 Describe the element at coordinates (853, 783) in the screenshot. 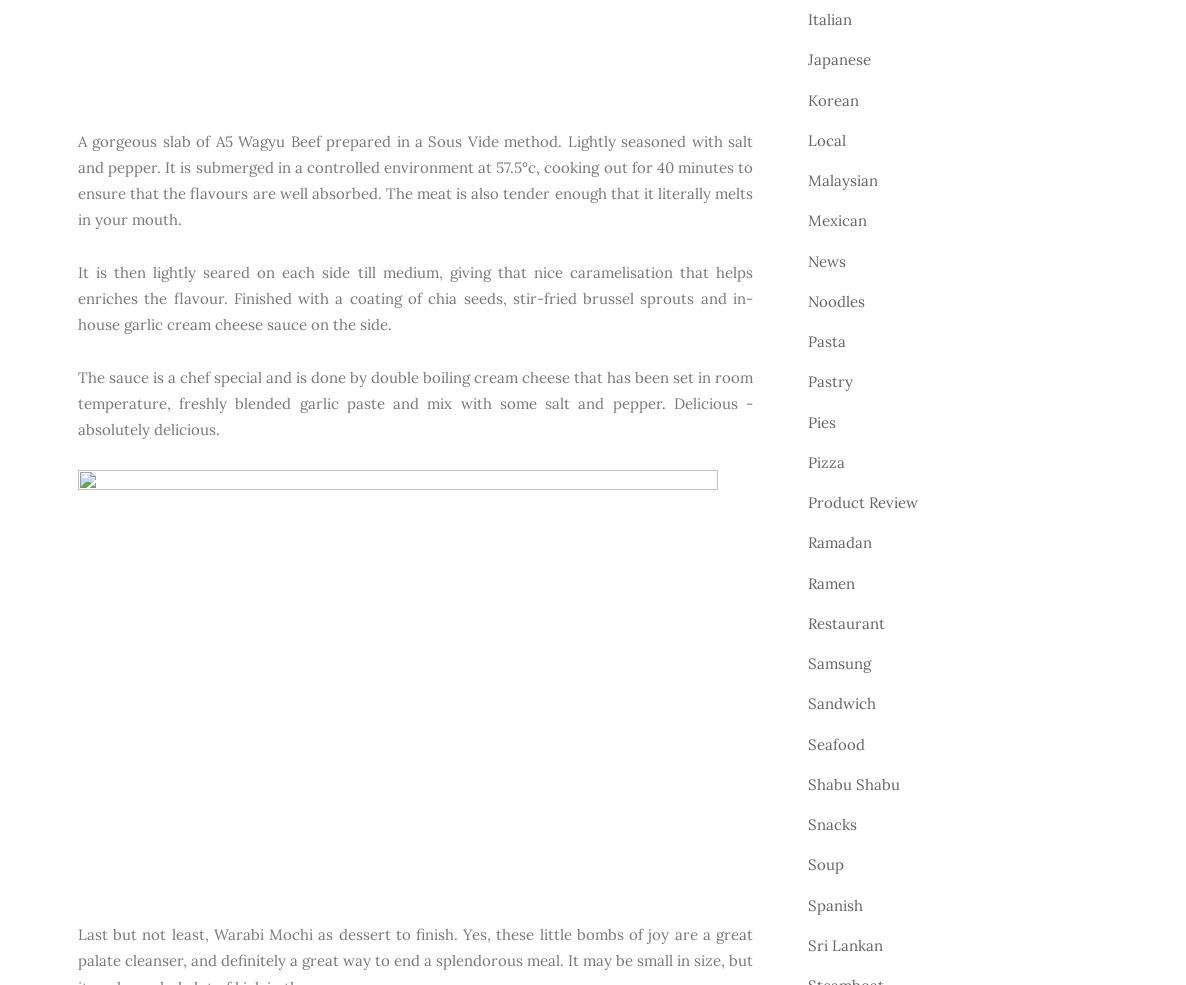

I see `'Shabu Shabu'` at that location.